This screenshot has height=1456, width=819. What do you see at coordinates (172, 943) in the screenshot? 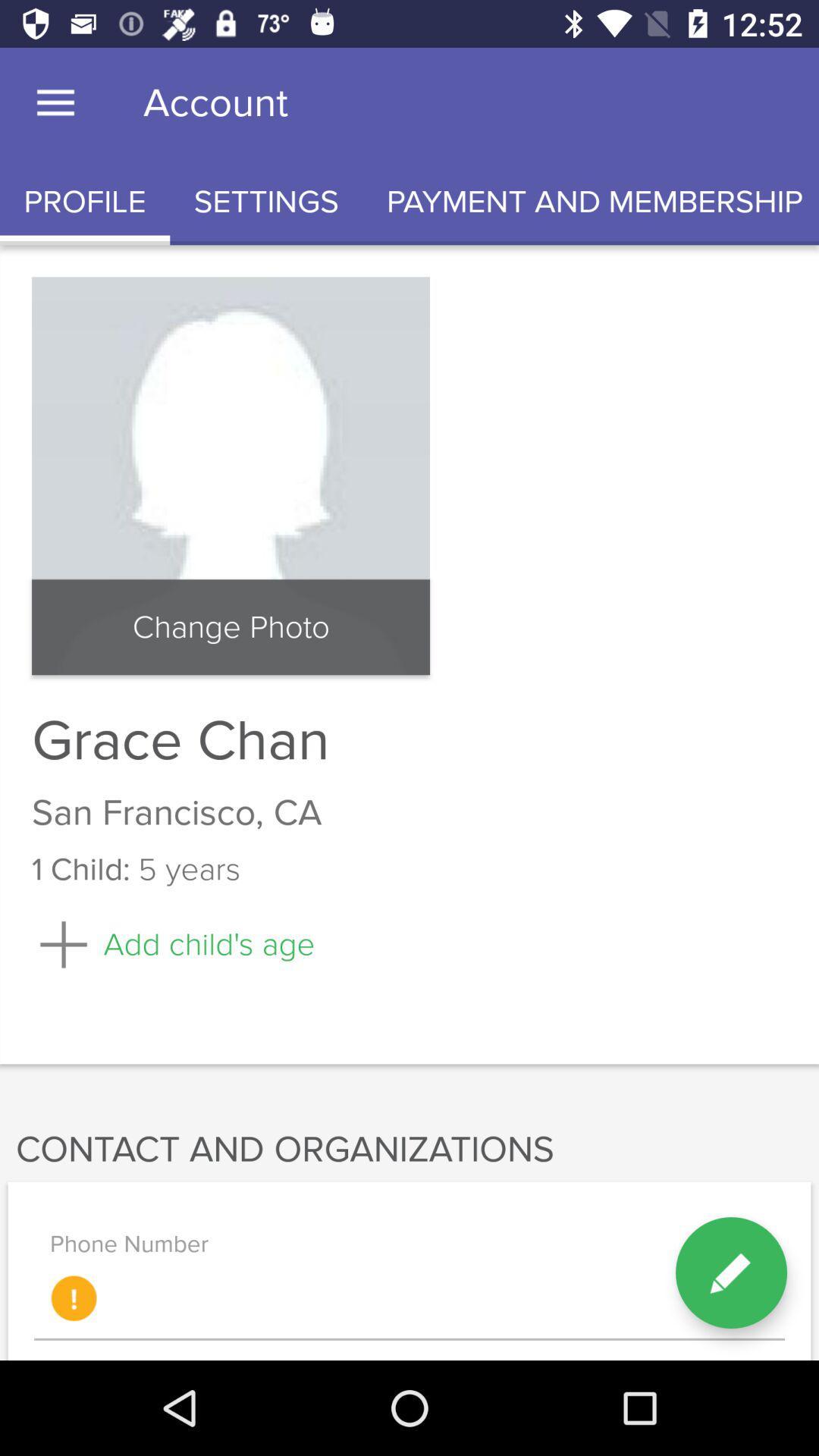
I see `the icon below 1 child:` at bounding box center [172, 943].